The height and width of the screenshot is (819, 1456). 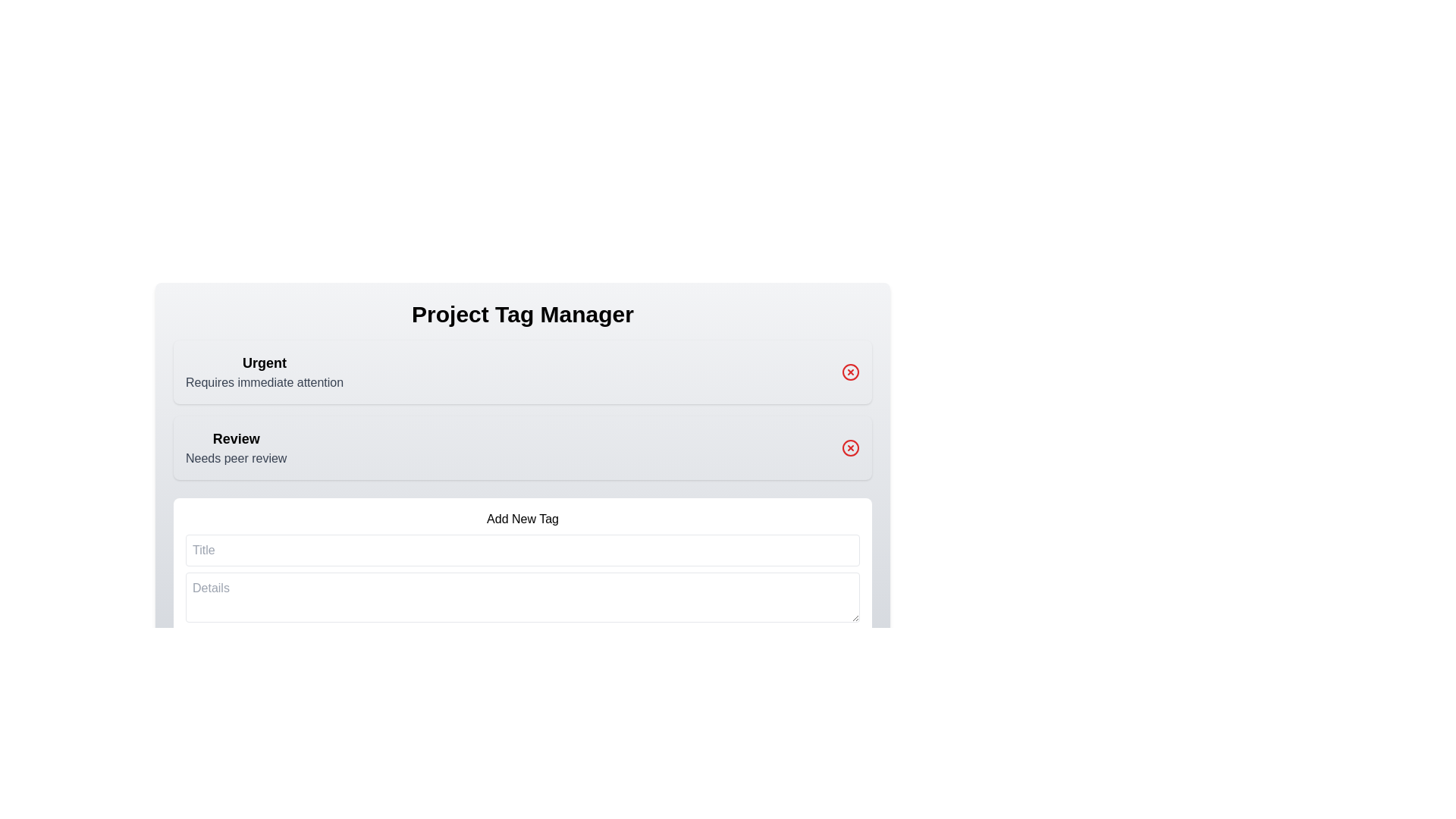 What do you see at coordinates (235, 458) in the screenshot?
I see `status information from the text label that reads 'Needs peer review', which is positioned below the 'Review' label in the panel` at bounding box center [235, 458].